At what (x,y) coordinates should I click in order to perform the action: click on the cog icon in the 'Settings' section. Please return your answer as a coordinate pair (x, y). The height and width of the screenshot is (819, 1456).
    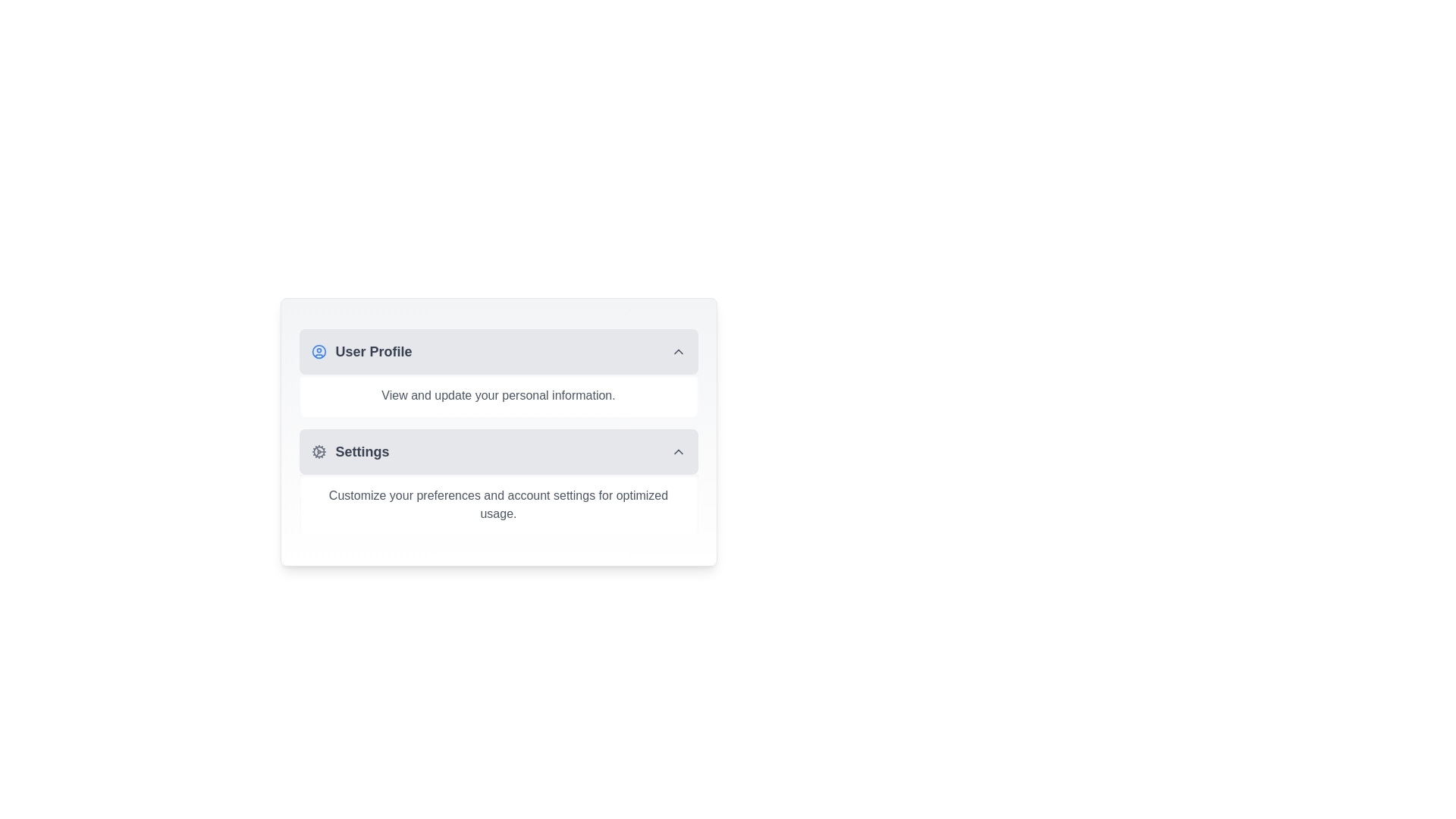
    Looking at the image, I should click on (318, 451).